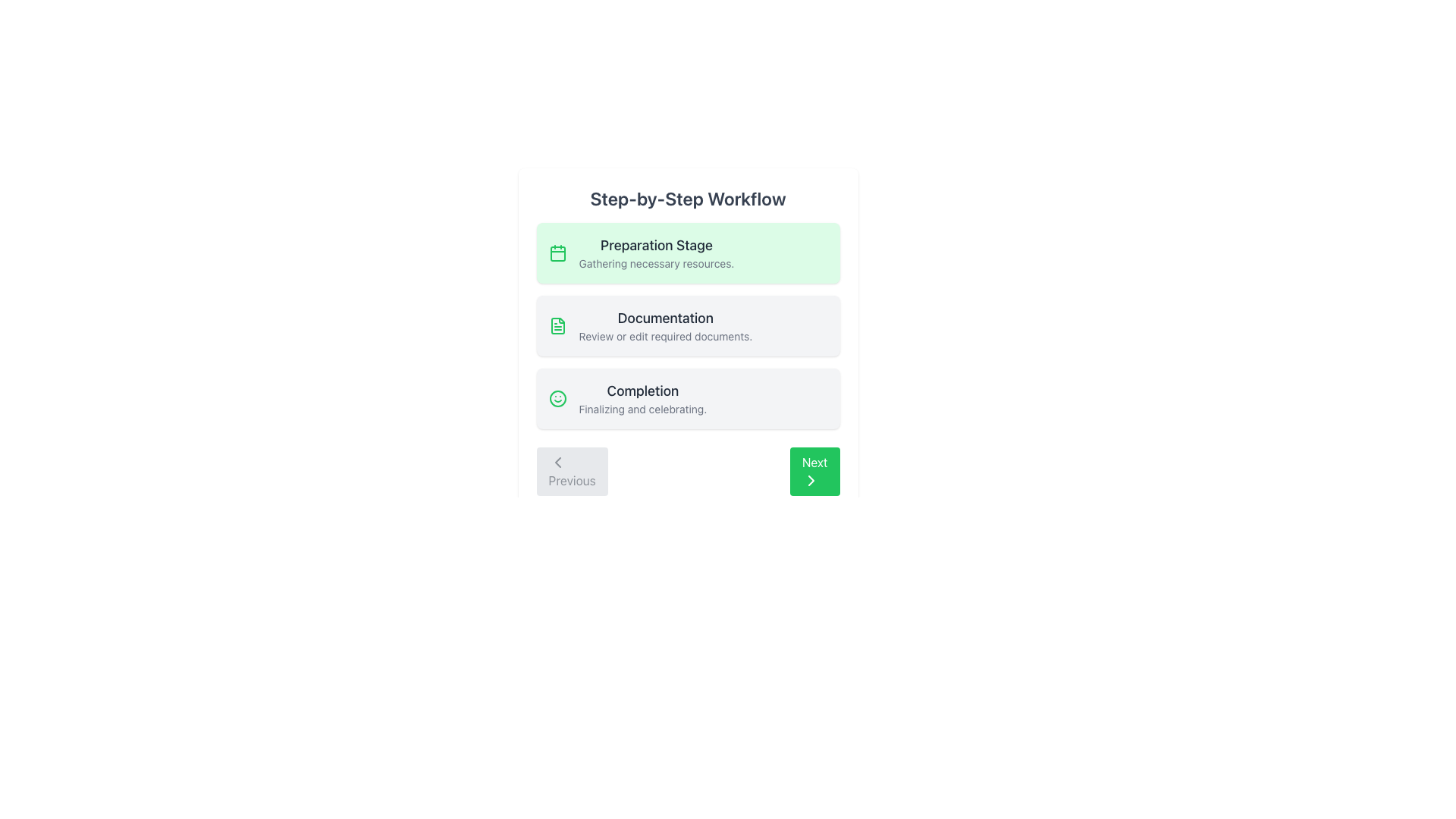  Describe the element at coordinates (557, 397) in the screenshot. I see `the bright green circular icon with a smiling face located at the top-left corner of the 'Completion' step section in the workflow interface` at that location.